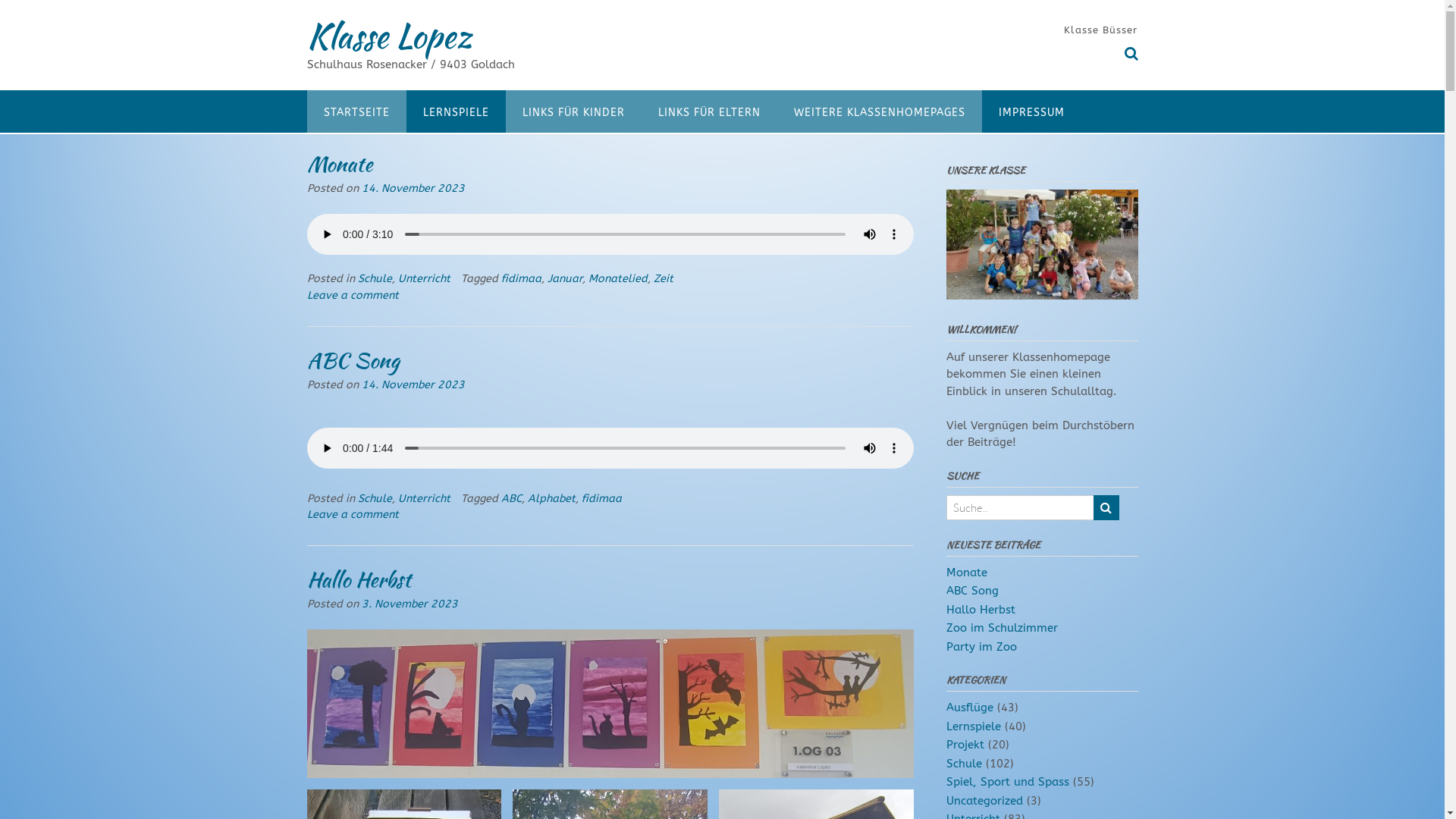 The image size is (1456, 819). Describe the element at coordinates (412, 187) in the screenshot. I see `'14. November 2023'` at that location.